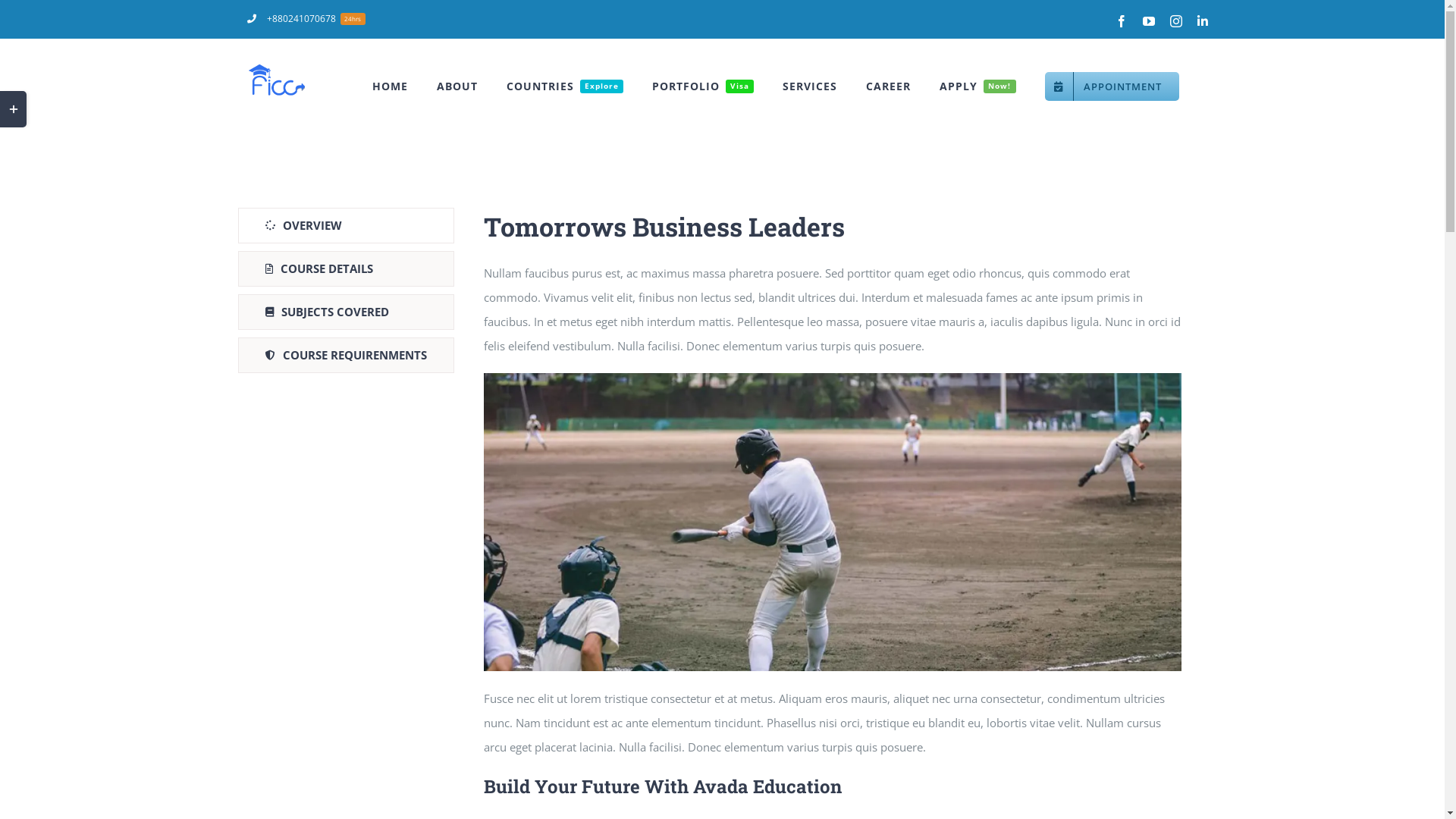  I want to click on 'SERVICES', so click(808, 86).